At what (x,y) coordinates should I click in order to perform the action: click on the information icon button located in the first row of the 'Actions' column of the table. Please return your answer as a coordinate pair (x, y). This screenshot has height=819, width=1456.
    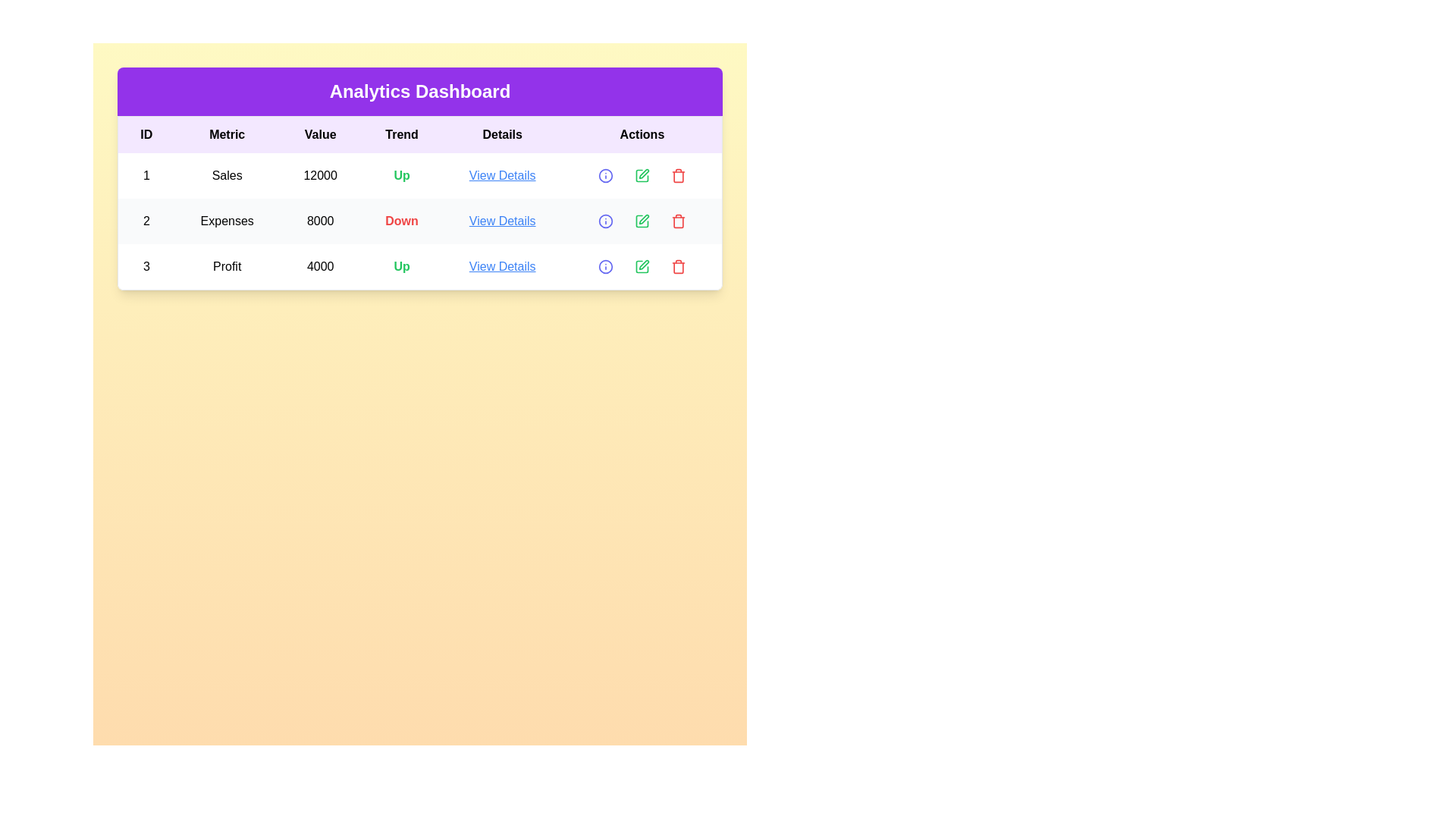
    Looking at the image, I should click on (604, 174).